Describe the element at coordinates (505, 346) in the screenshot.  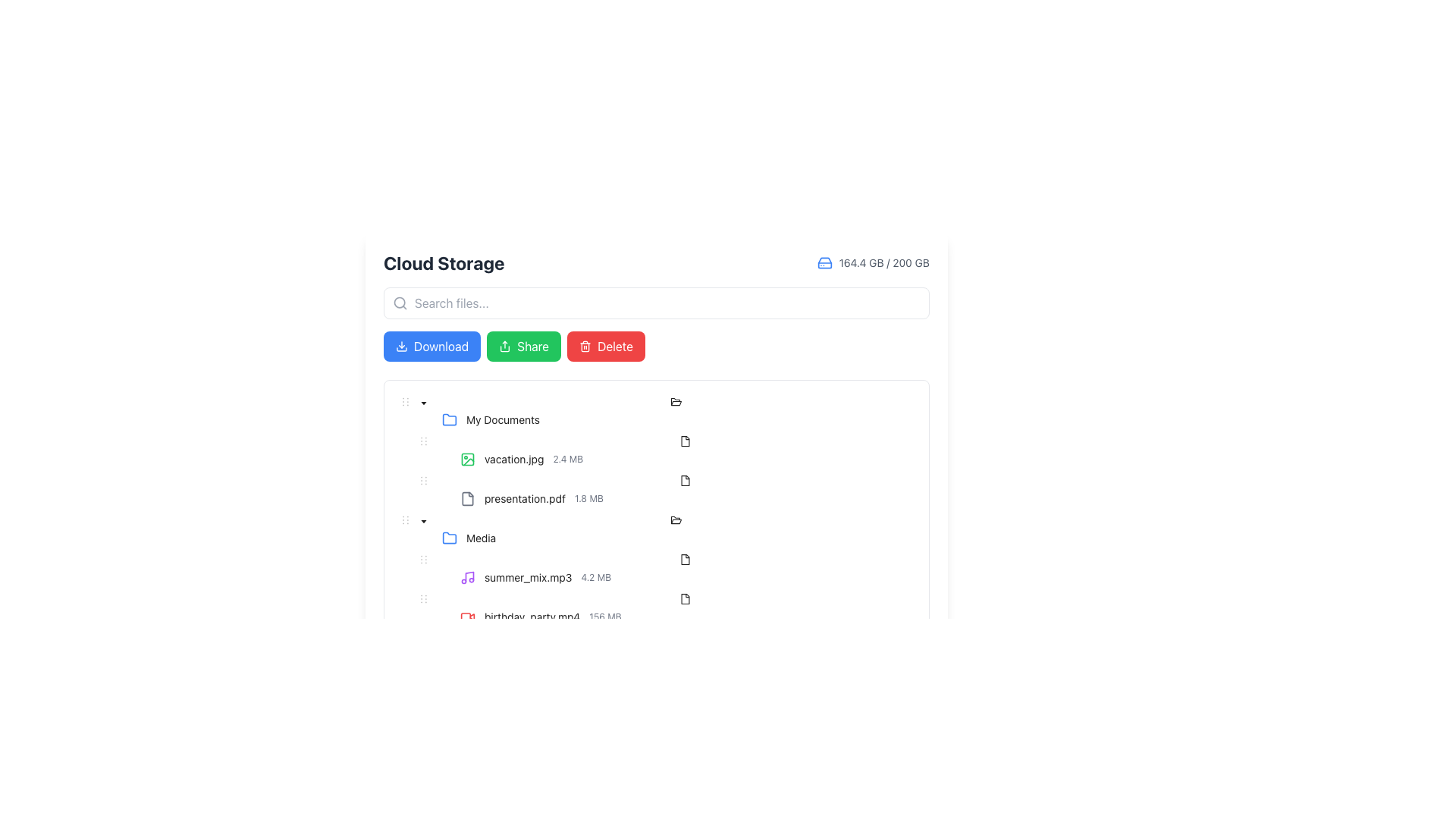
I see `the sharing icon, which is an outlined icon with an arrow pointing upward, located centrally within the green 'Share' button` at that location.